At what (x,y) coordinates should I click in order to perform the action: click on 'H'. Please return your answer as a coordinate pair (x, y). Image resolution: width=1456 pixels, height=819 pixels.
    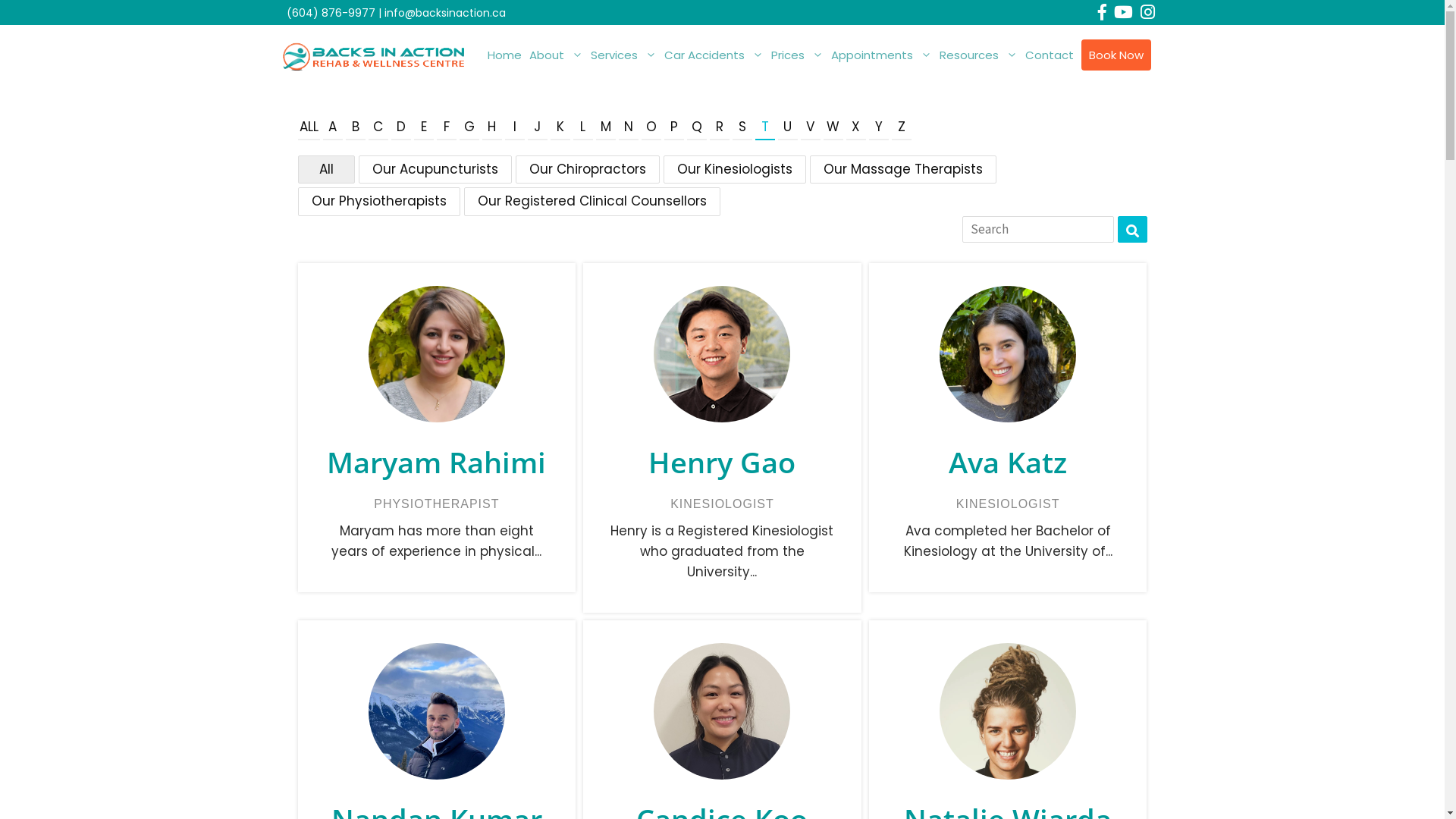
    Looking at the image, I should click on (481, 127).